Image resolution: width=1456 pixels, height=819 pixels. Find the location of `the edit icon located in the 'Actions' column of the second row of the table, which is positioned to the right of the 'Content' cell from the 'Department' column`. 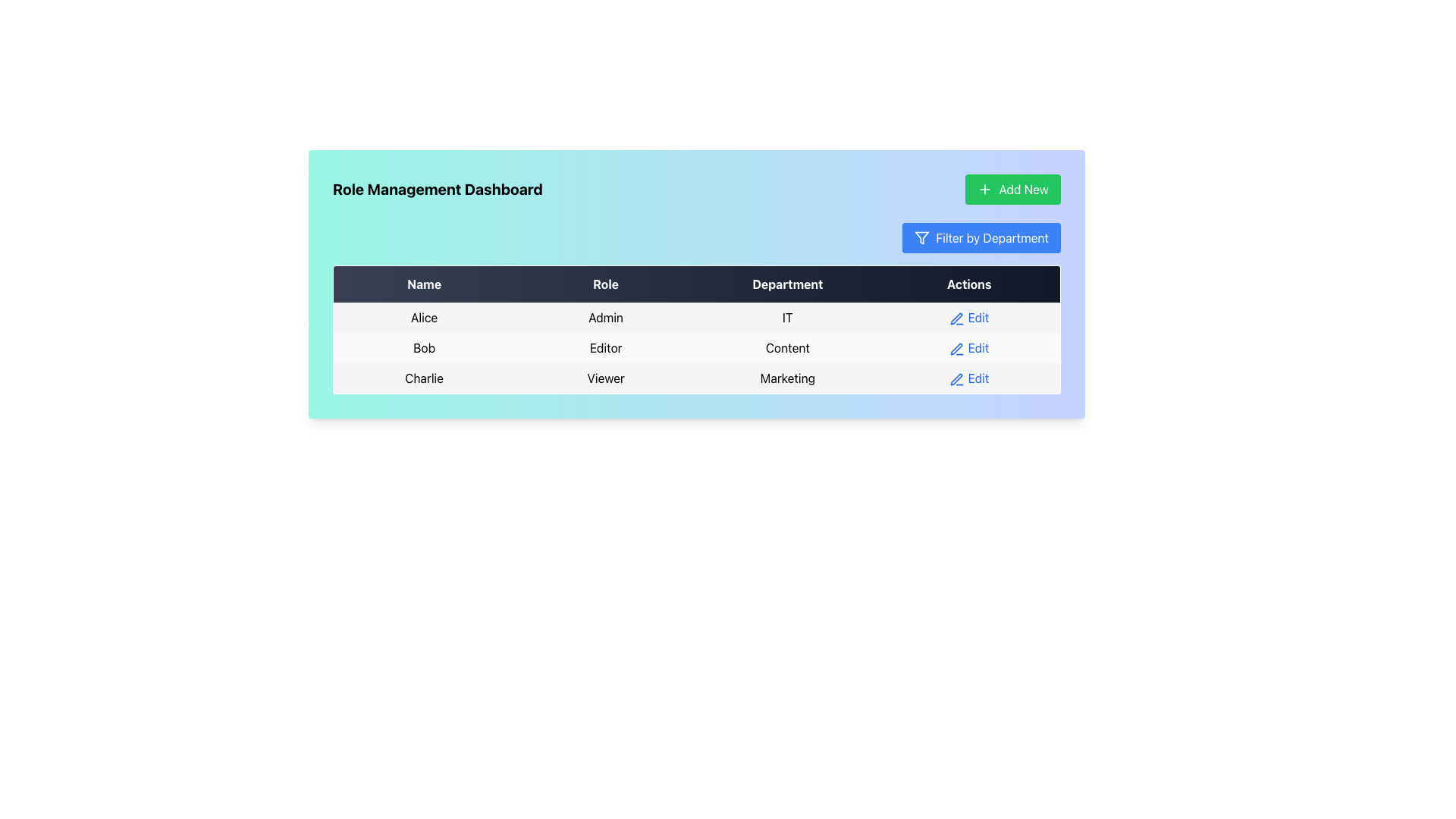

the edit icon located in the 'Actions' column of the second row of the table, which is positioned to the right of the 'Content' cell from the 'Department' column is located at coordinates (956, 349).